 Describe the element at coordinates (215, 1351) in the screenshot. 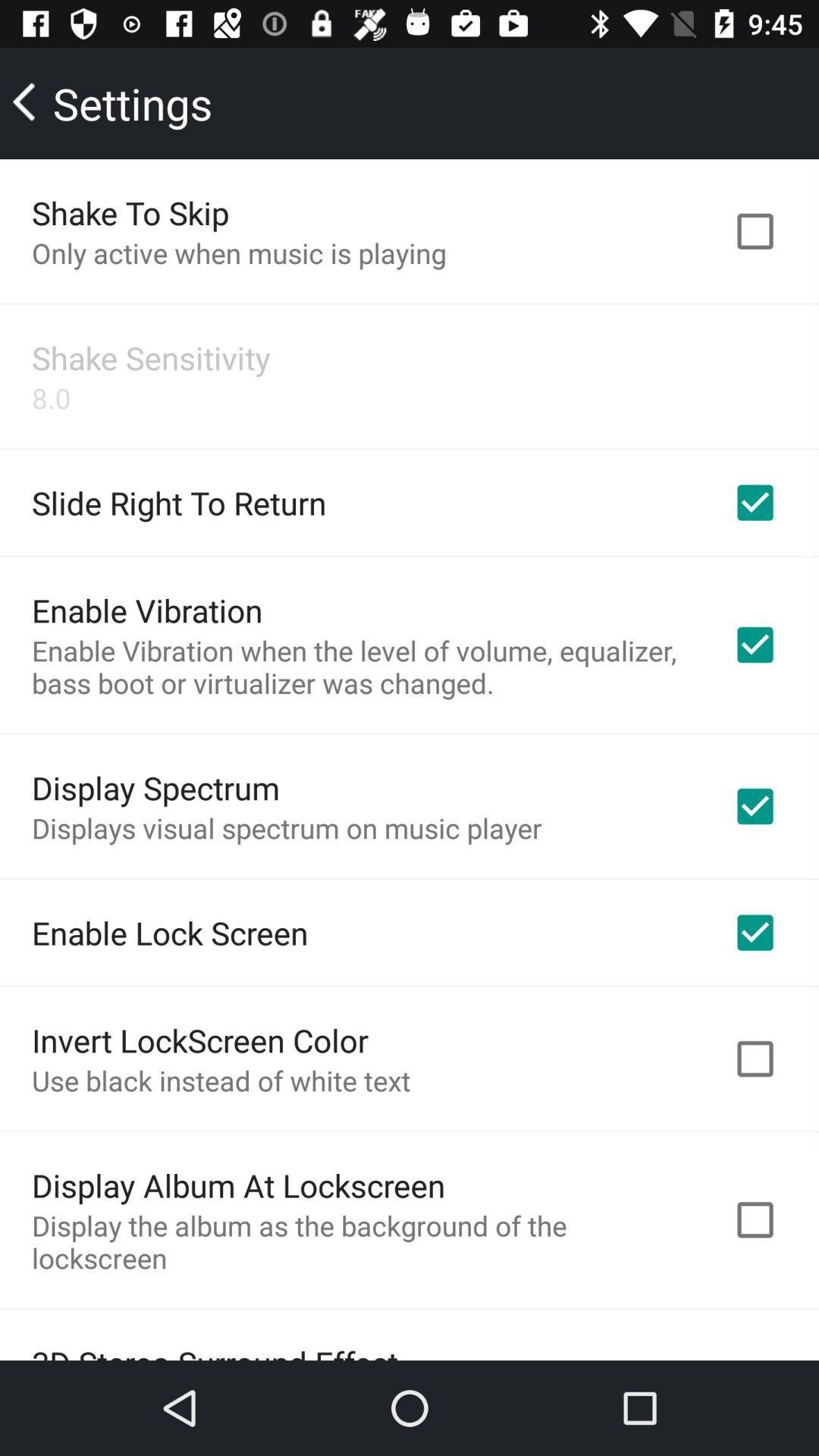

I see `the 3d stereo surround item` at that location.